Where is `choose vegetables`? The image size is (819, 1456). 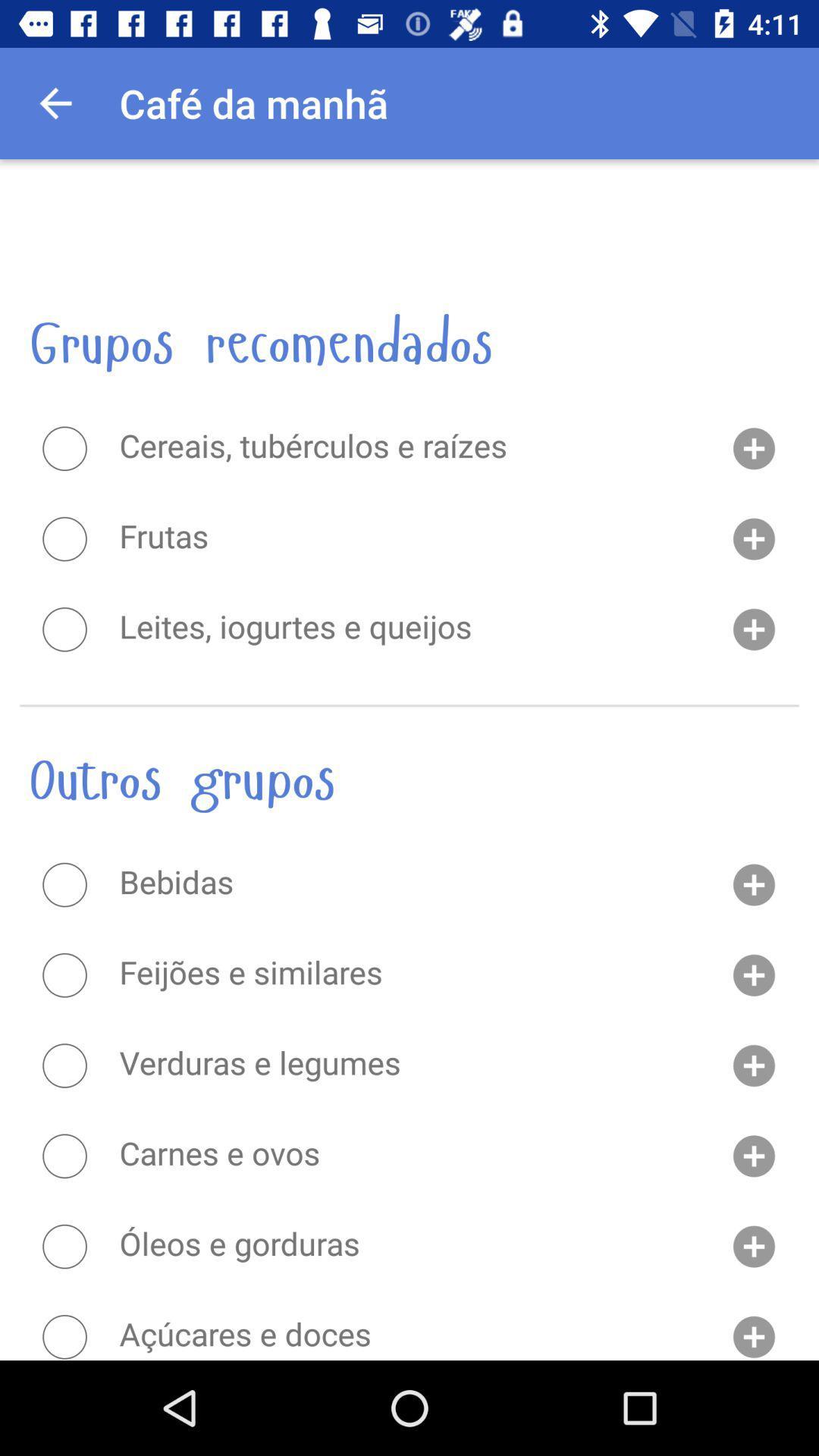 choose vegetables is located at coordinates (64, 1065).